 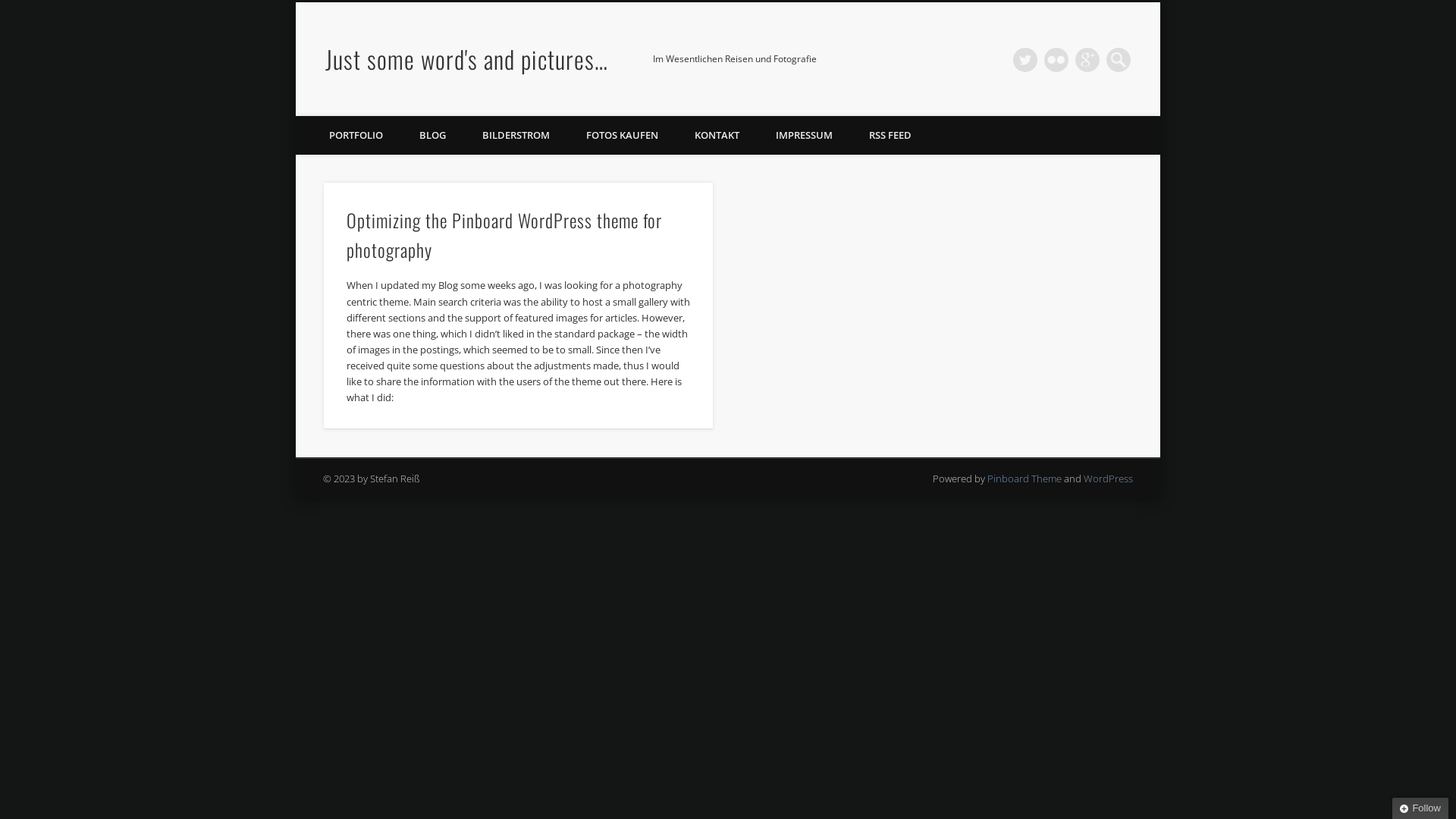 I want to click on 'RSS FEED', so click(x=890, y=134).